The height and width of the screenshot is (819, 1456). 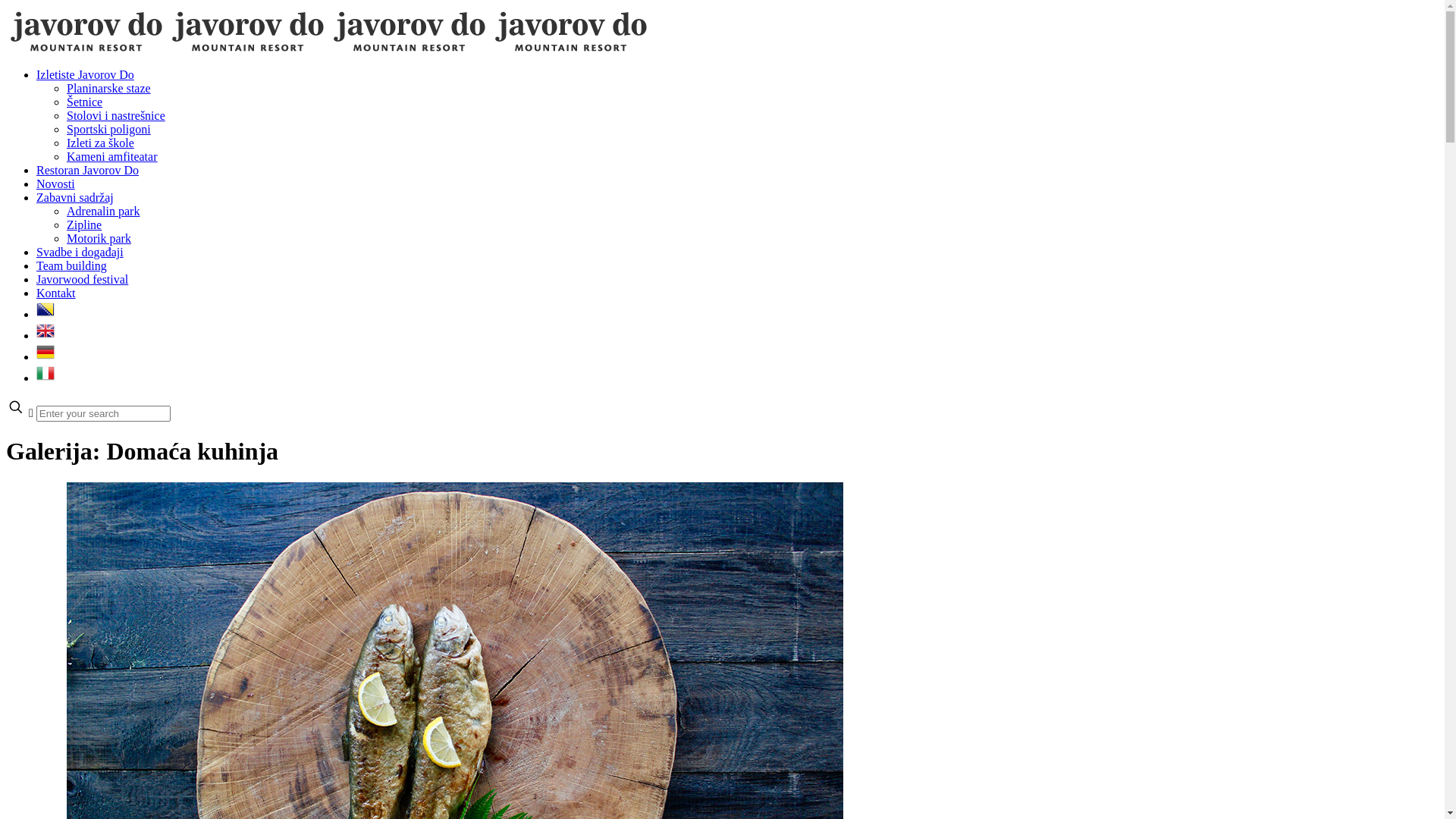 I want to click on 'Team building', so click(x=71, y=265).